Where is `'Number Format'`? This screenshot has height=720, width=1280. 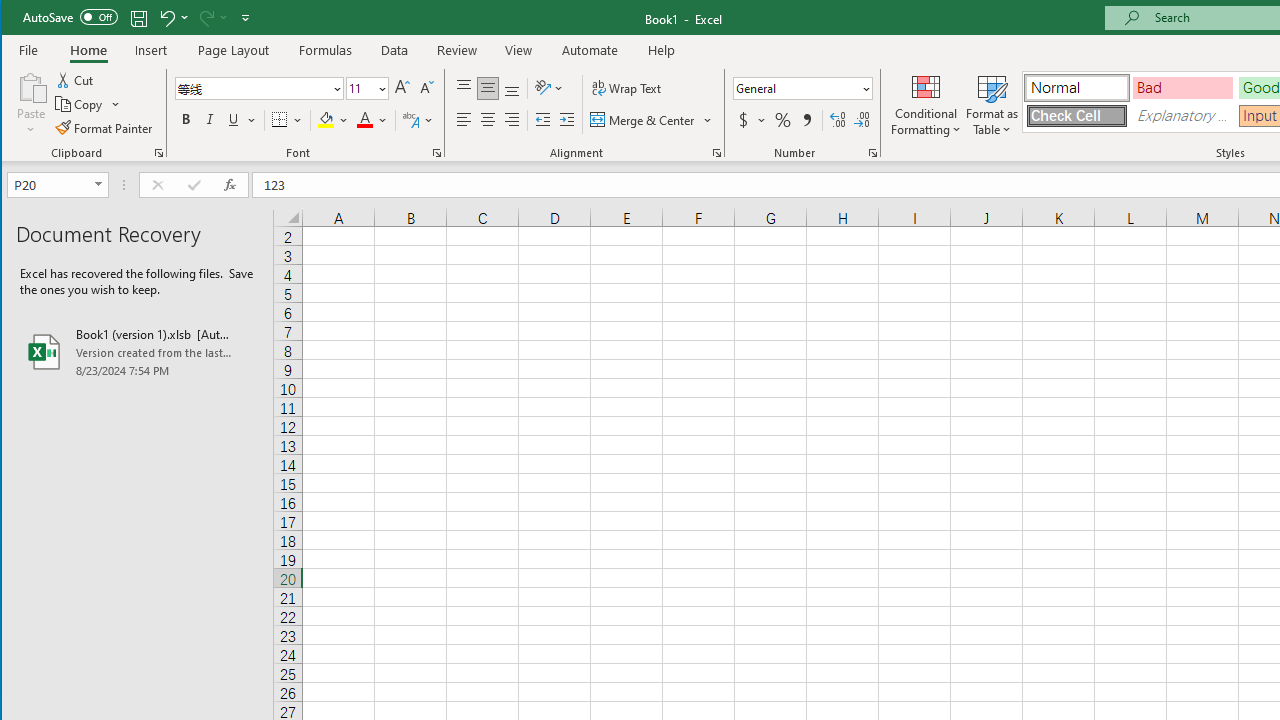
'Number Format' is located at coordinates (803, 87).